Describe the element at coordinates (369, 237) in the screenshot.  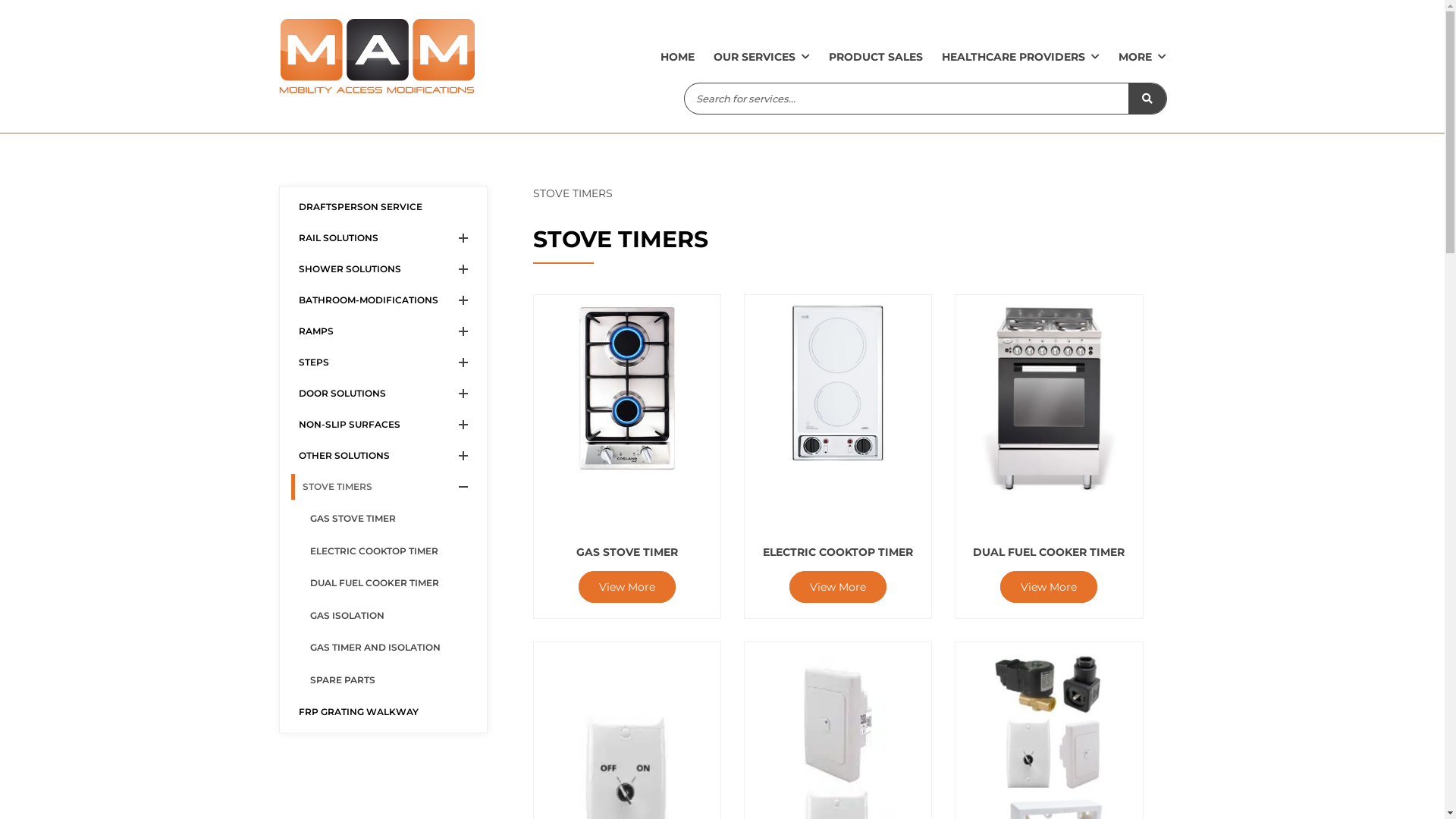
I see `'RAIL SOLUTIONS'` at that location.